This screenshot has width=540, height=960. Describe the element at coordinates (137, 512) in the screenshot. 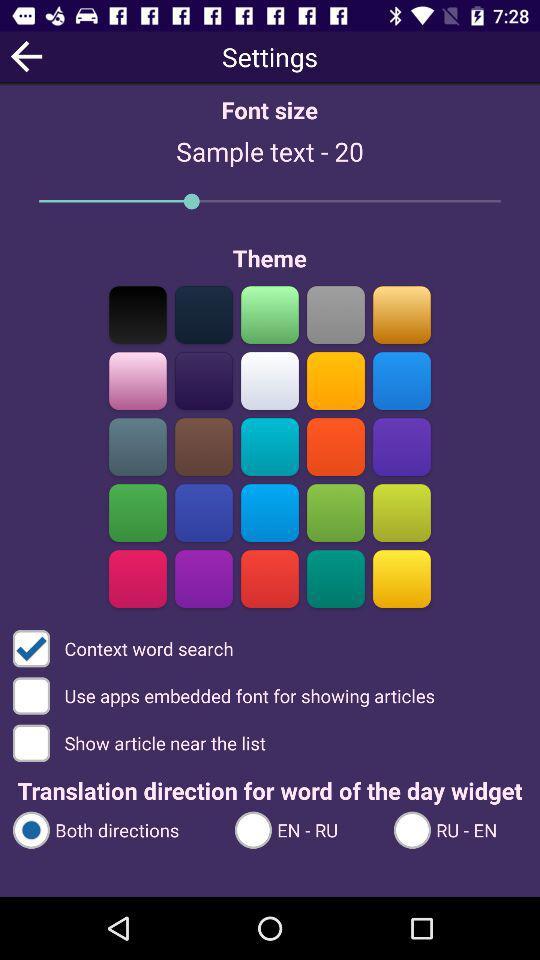

I see `change background color` at that location.